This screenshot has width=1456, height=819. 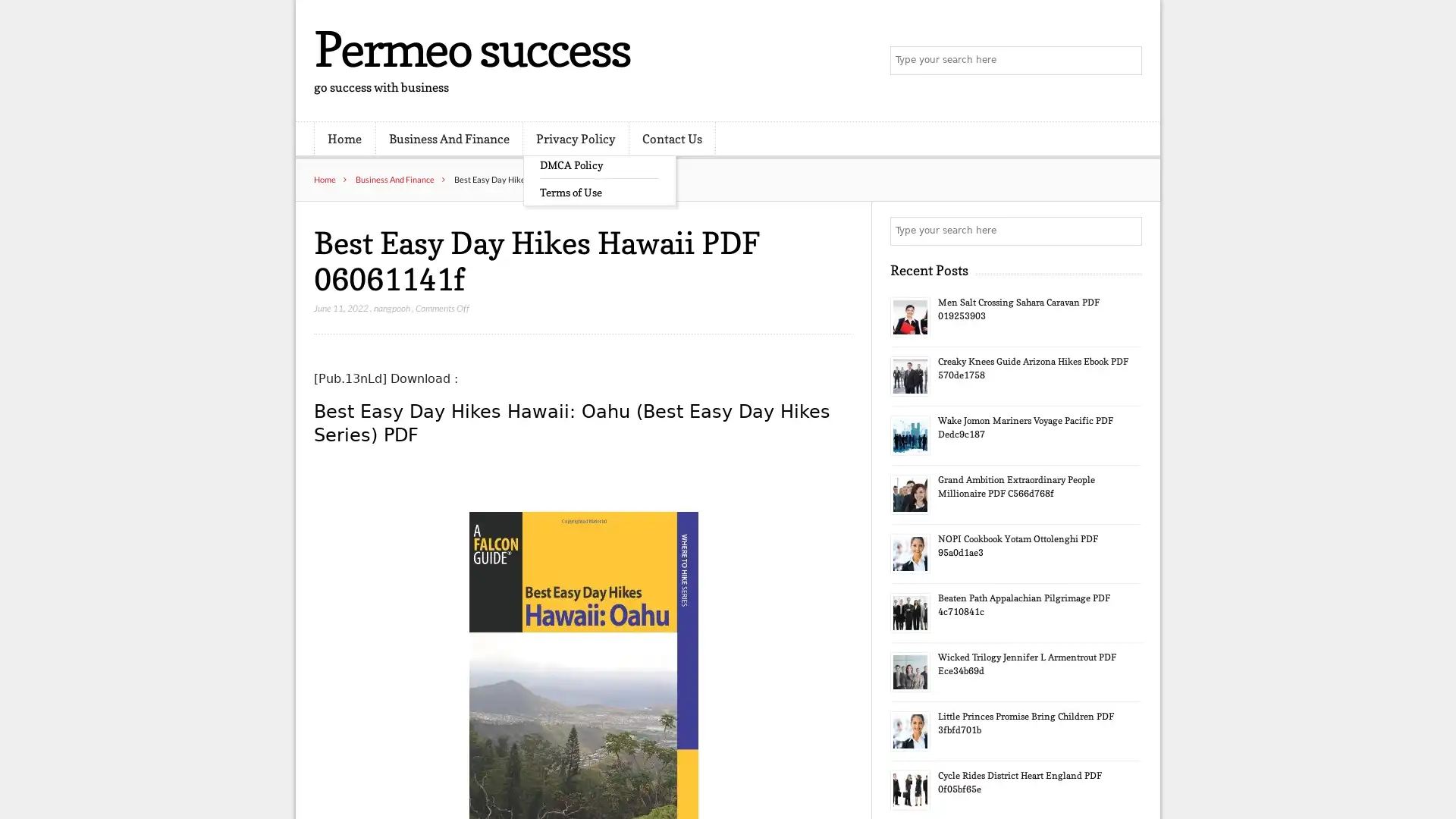 I want to click on Search, so click(x=1126, y=61).